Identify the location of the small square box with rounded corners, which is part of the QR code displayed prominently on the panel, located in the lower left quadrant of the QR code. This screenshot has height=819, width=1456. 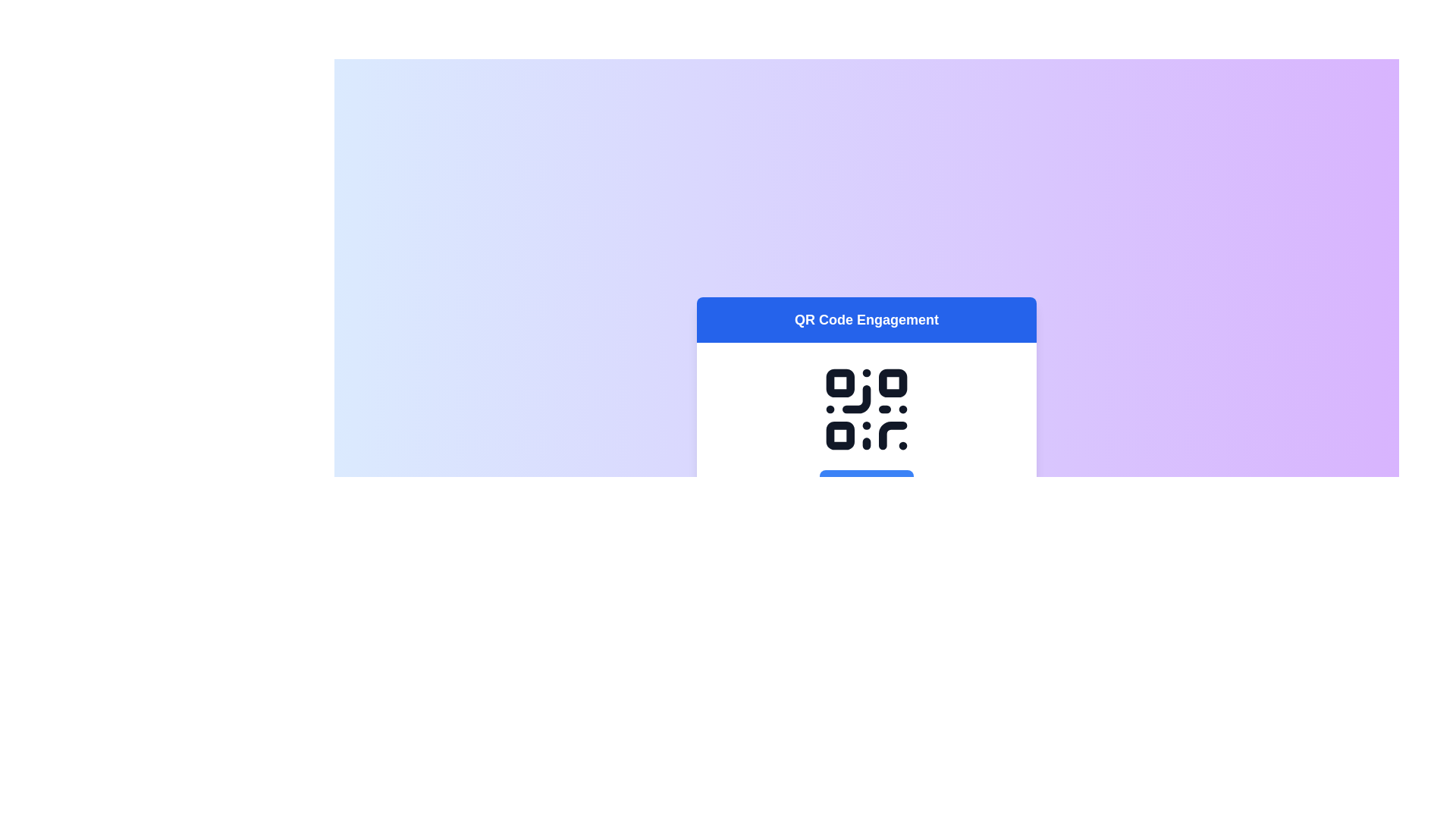
(839, 435).